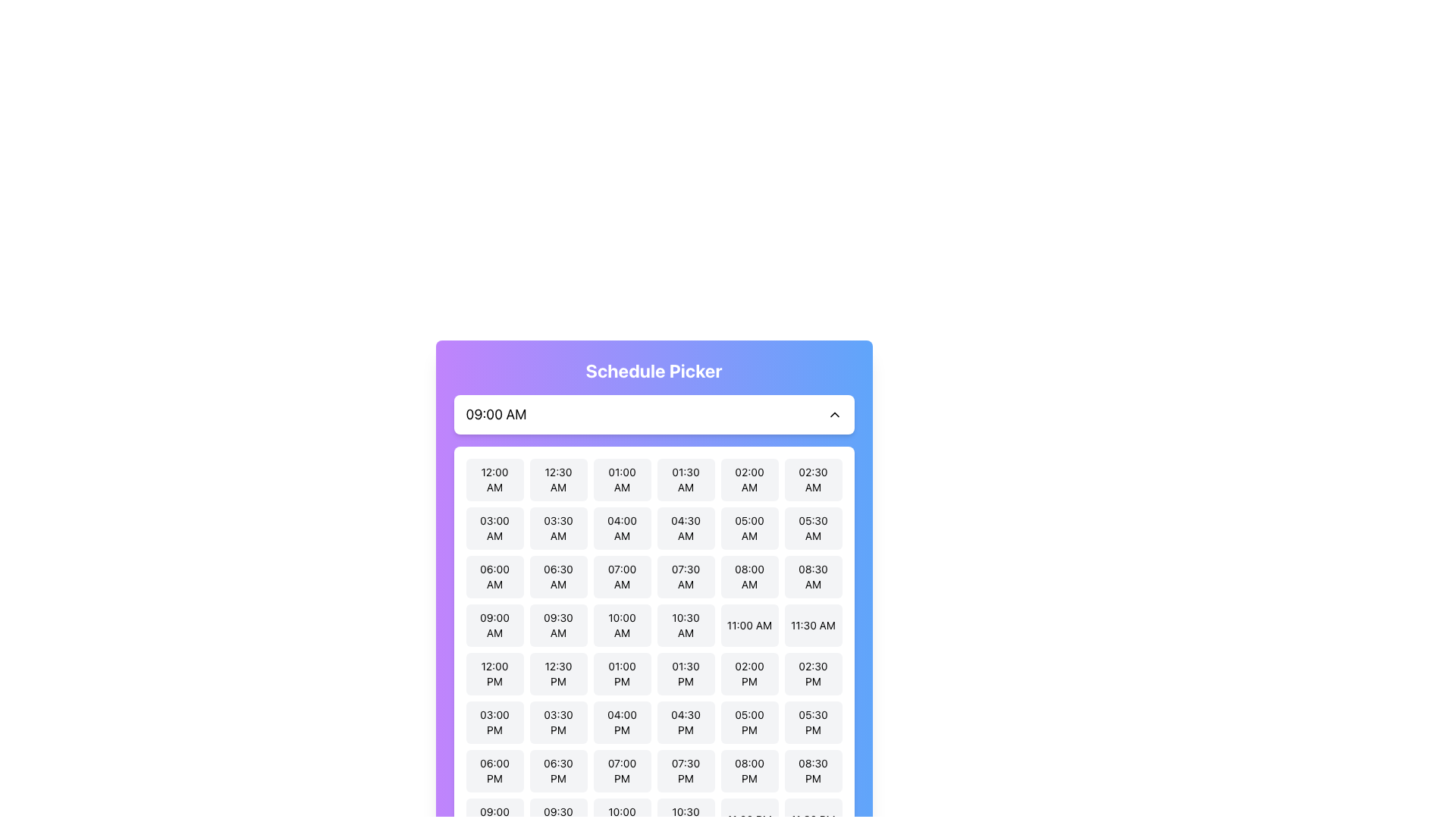 This screenshot has width=1456, height=819. Describe the element at coordinates (833, 415) in the screenshot. I see `the collapsible toggle icon located to the far right of the row displaying '09:00 AM' to initiate an action` at that location.